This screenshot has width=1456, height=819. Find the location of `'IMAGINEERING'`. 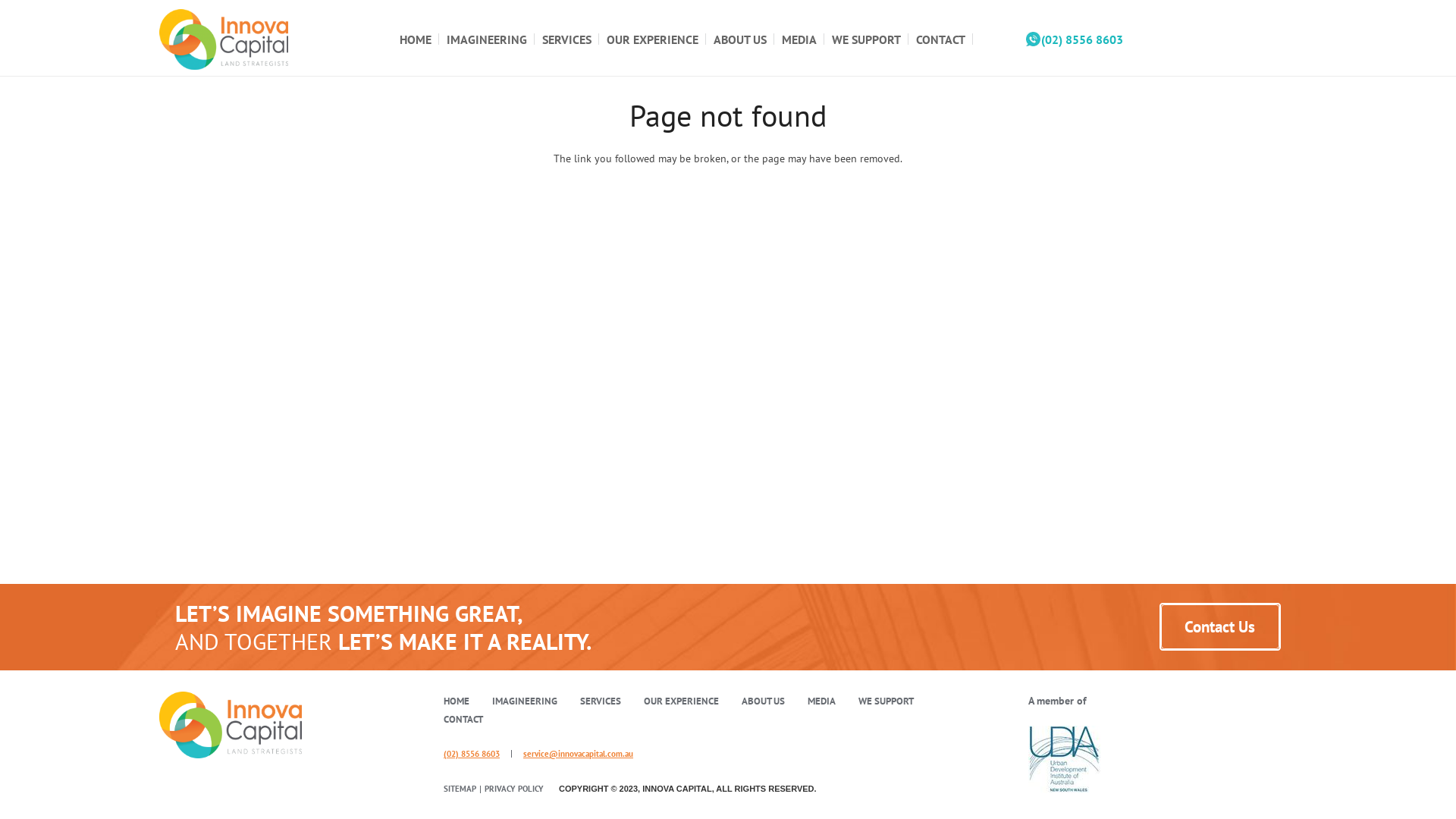

'IMAGINEERING' is located at coordinates (487, 37).